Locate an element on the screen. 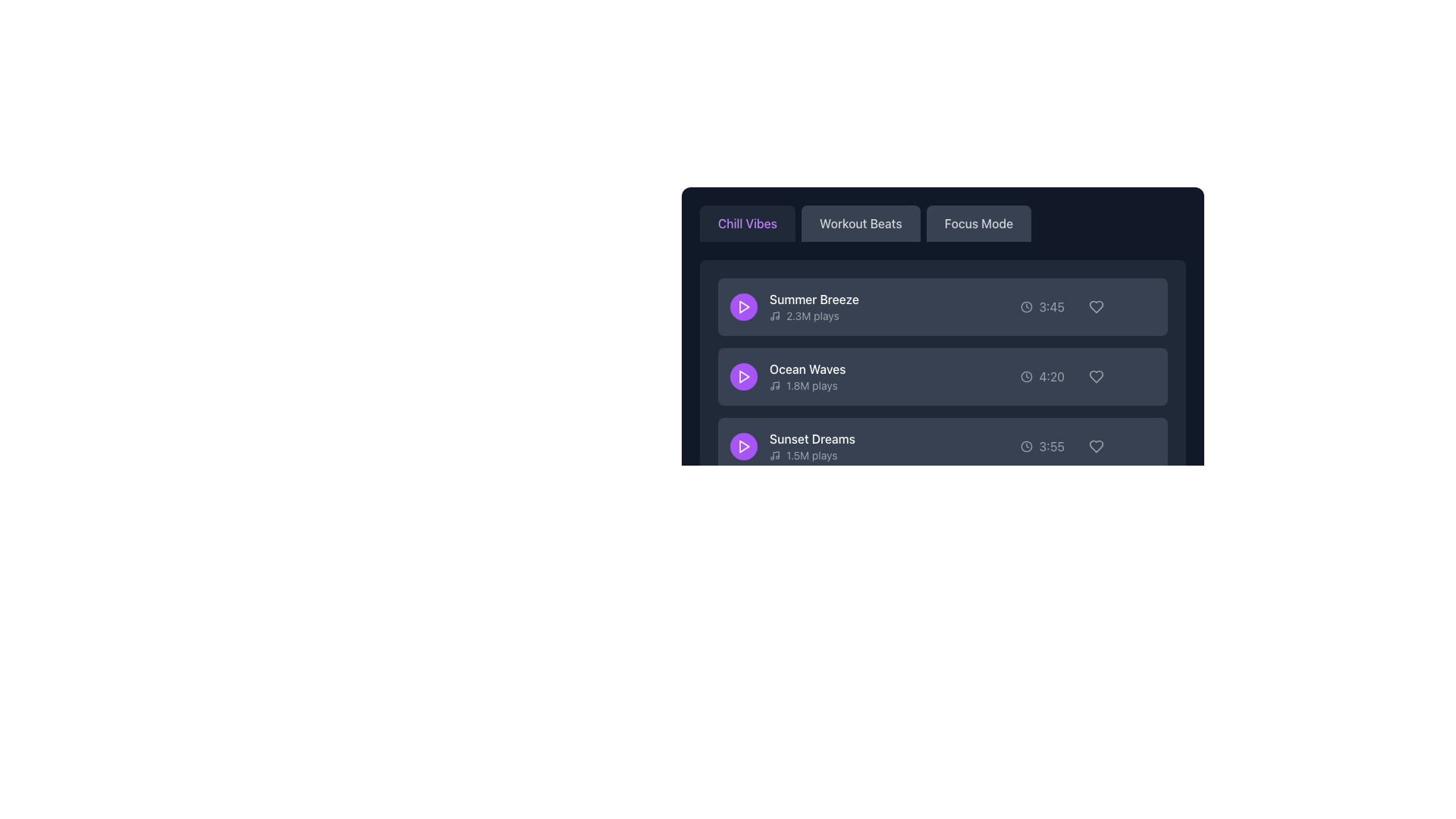 The image size is (1456, 819). the outer circular ring of the clock icon located adjacent to the 'Ocean Waves' playlist entry and the duration text '4:20' is located at coordinates (1027, 376).